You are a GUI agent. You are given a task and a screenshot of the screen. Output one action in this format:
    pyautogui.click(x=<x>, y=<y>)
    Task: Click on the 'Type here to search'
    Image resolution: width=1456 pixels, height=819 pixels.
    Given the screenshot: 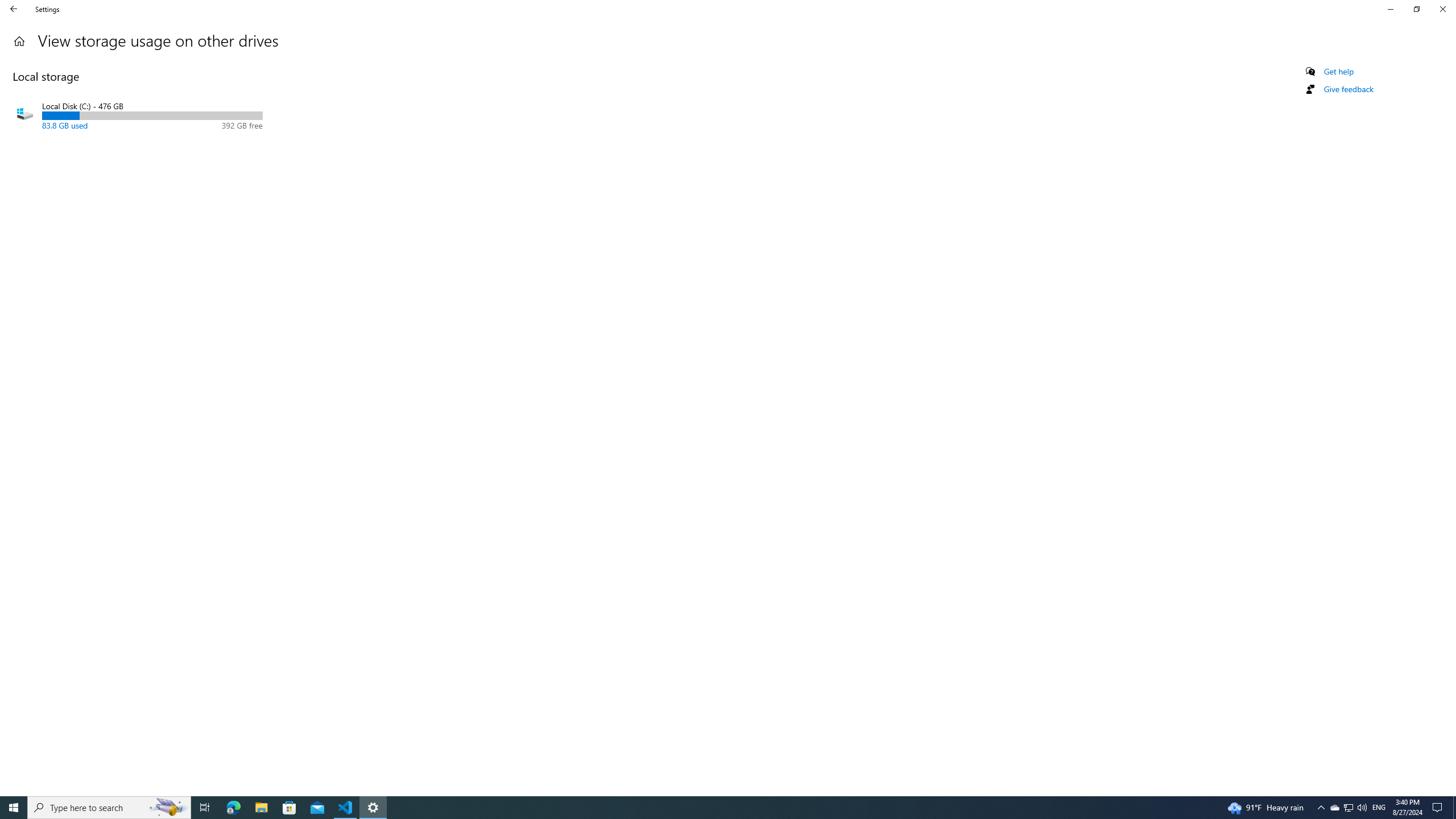 What is the action you would take?
    pyautogui.click(x=109, y=806)
    